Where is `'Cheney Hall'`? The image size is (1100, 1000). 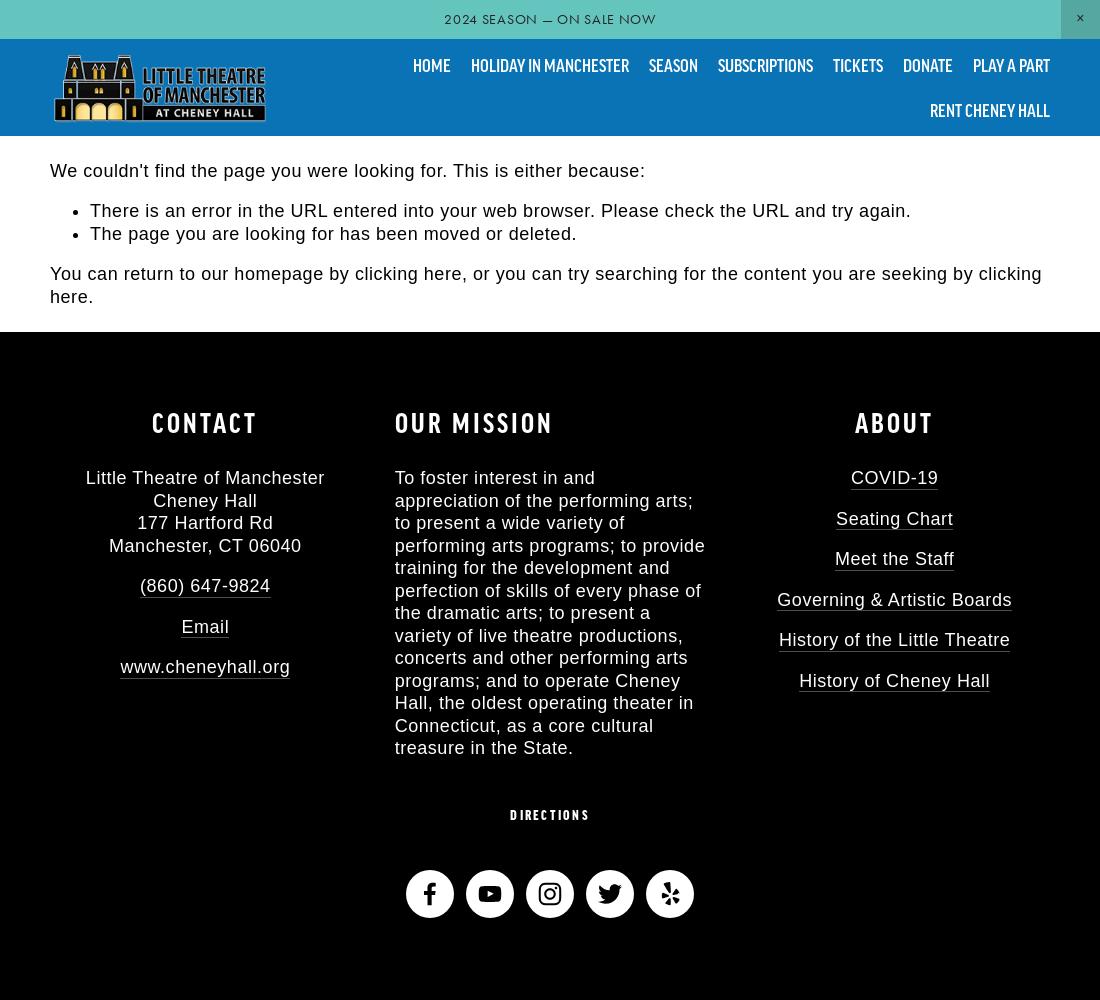 'Cheney Hall' is located at coordinates (204, 500).